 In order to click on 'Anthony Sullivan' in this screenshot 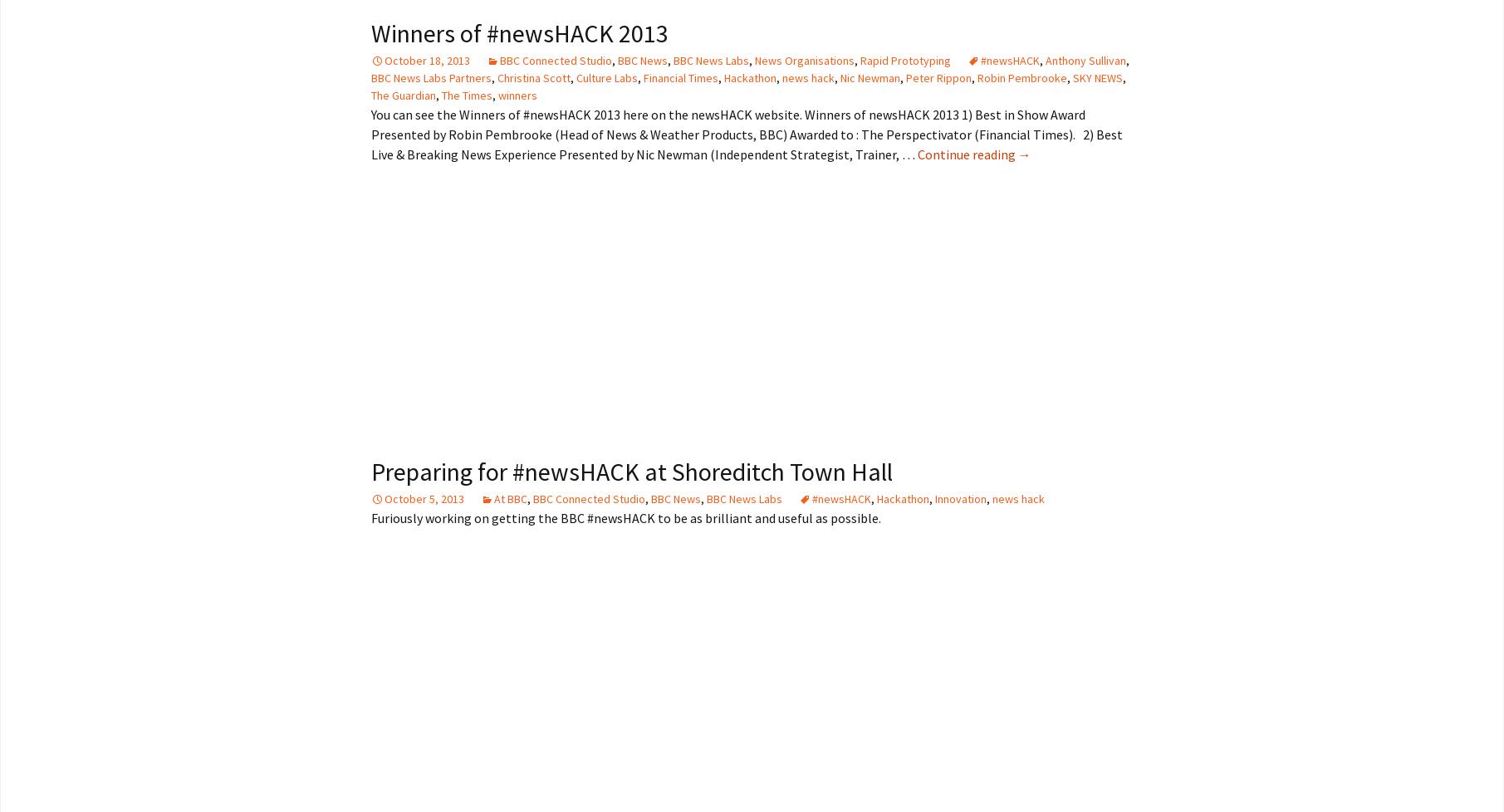, I will do `click(1085, 59)`.